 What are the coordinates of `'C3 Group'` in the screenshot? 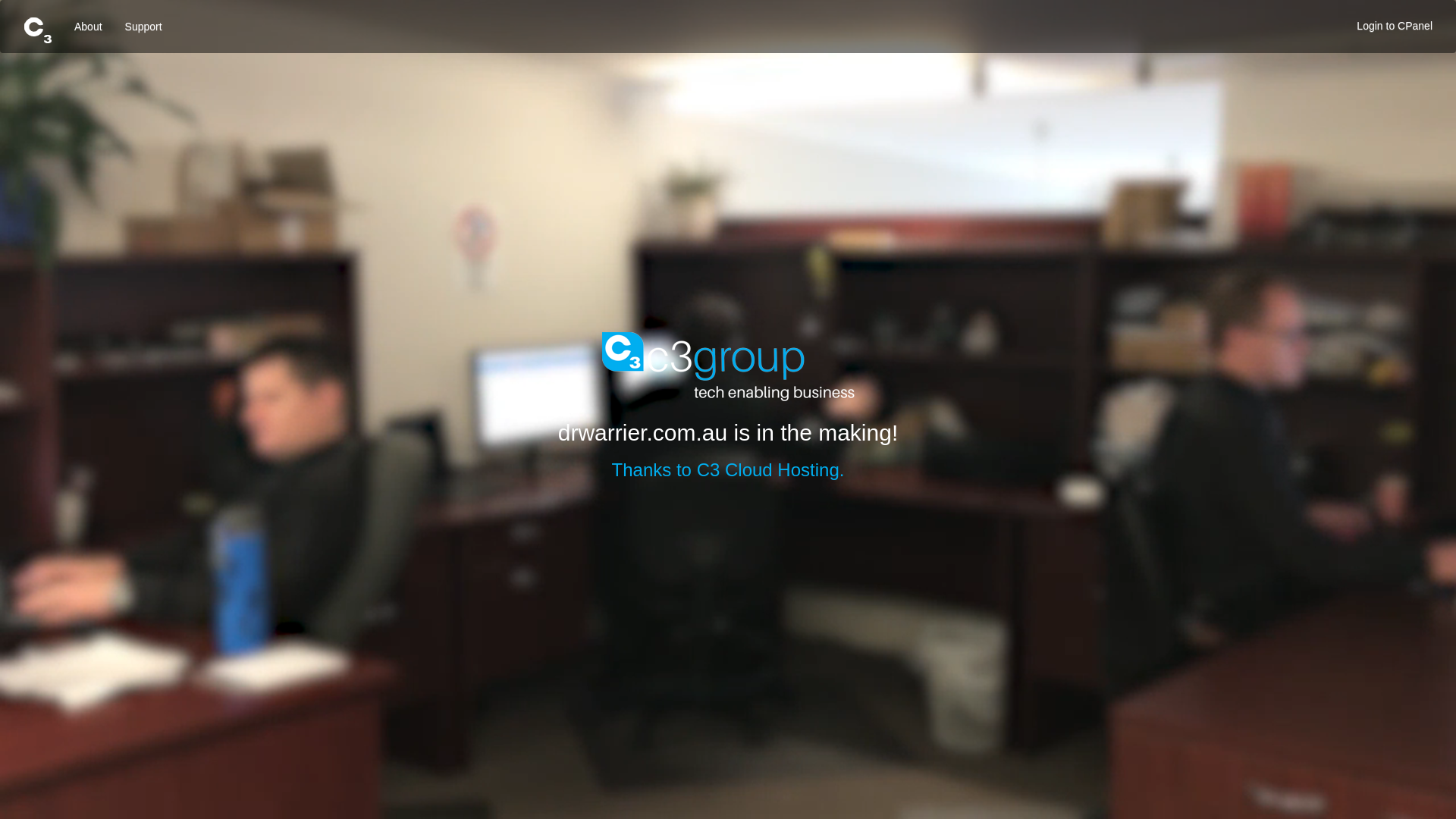 It's located at (601, 366).